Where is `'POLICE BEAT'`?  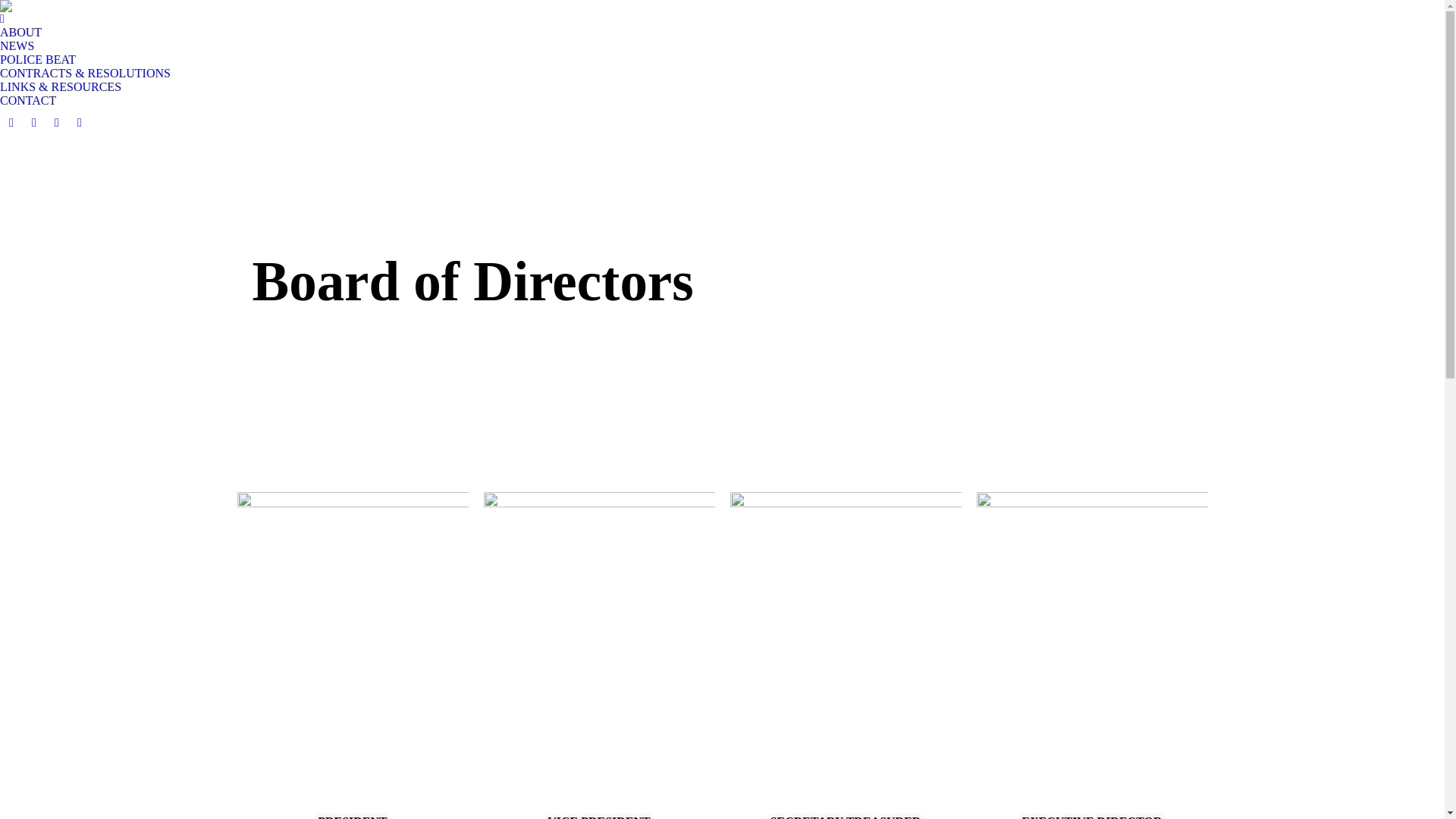 'POLICE BEAT' is located at coordinates (37, 58).